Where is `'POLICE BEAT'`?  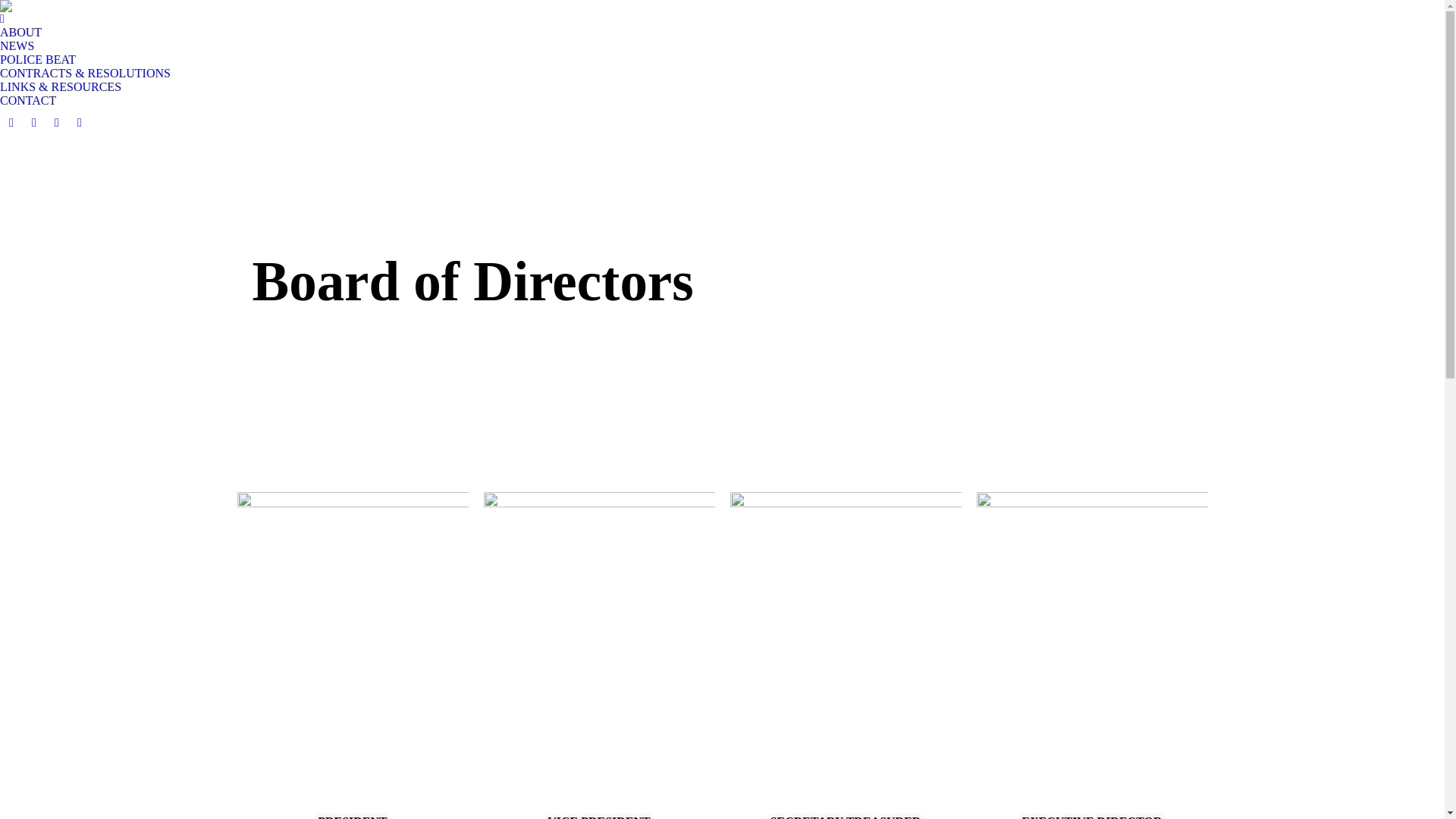 'POLICE BEAT' is located at coordinates (37, 58).